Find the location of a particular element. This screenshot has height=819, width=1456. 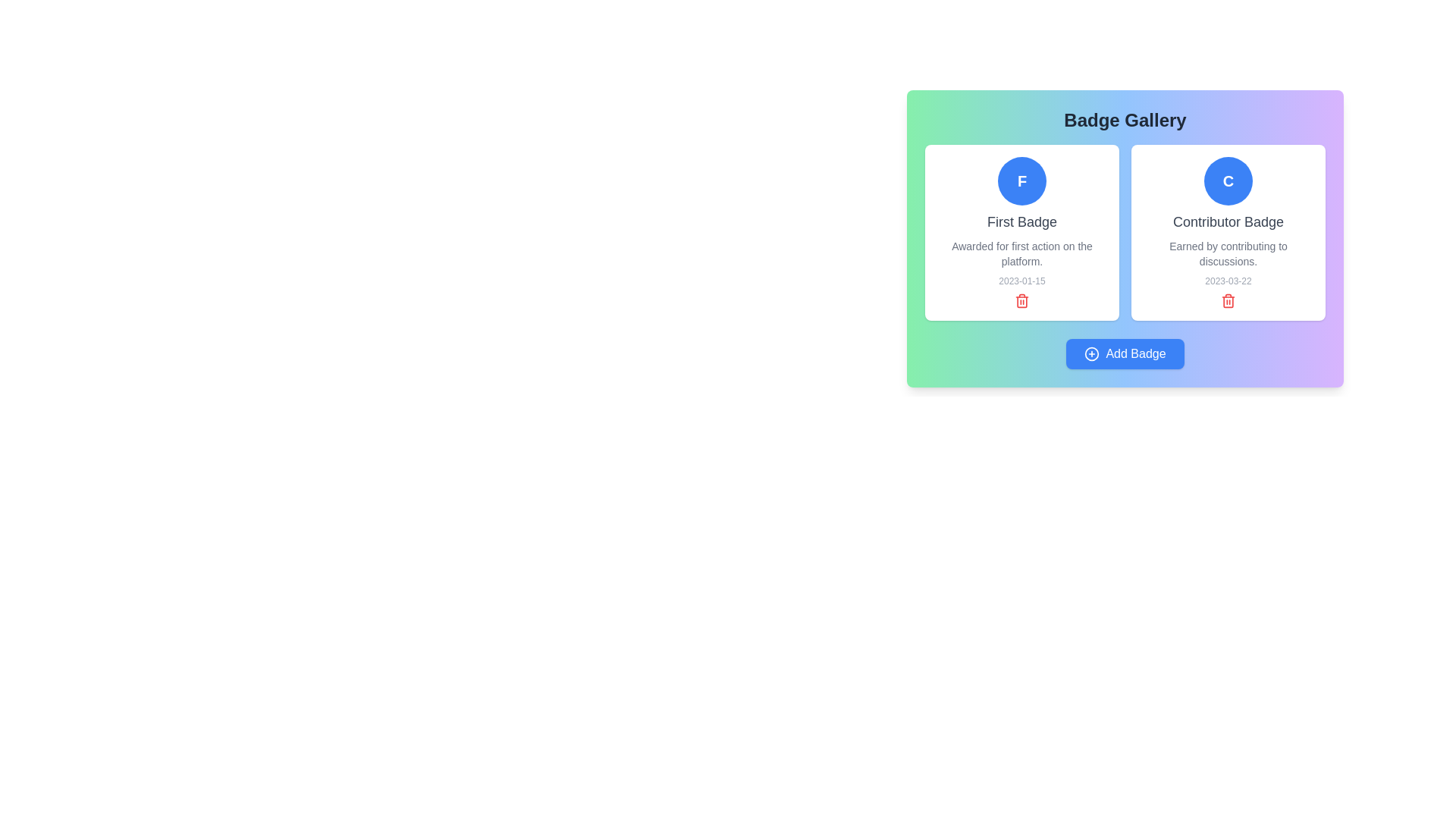

the text label displaying 'Contributor Badge', which is styled in gray and located within the card interface in the 'Badge Gallery' section, positioned below the circular badge with 'C' is located at coordinates (1228, 222).